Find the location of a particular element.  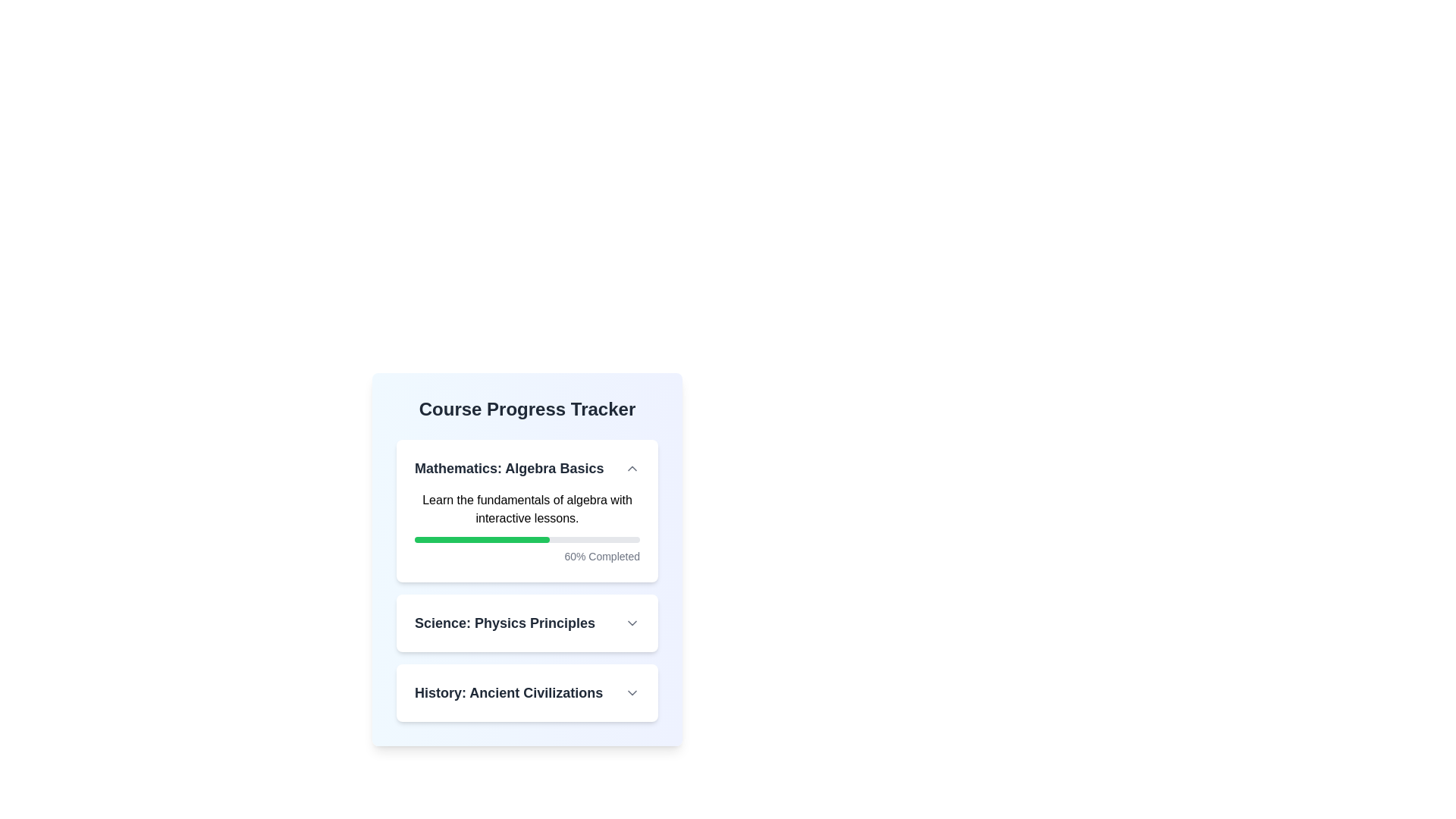

the Text label representing the title of the current educational topic displayed in the header of the Course Progress Tracker card is located at coordinates (509, 467).